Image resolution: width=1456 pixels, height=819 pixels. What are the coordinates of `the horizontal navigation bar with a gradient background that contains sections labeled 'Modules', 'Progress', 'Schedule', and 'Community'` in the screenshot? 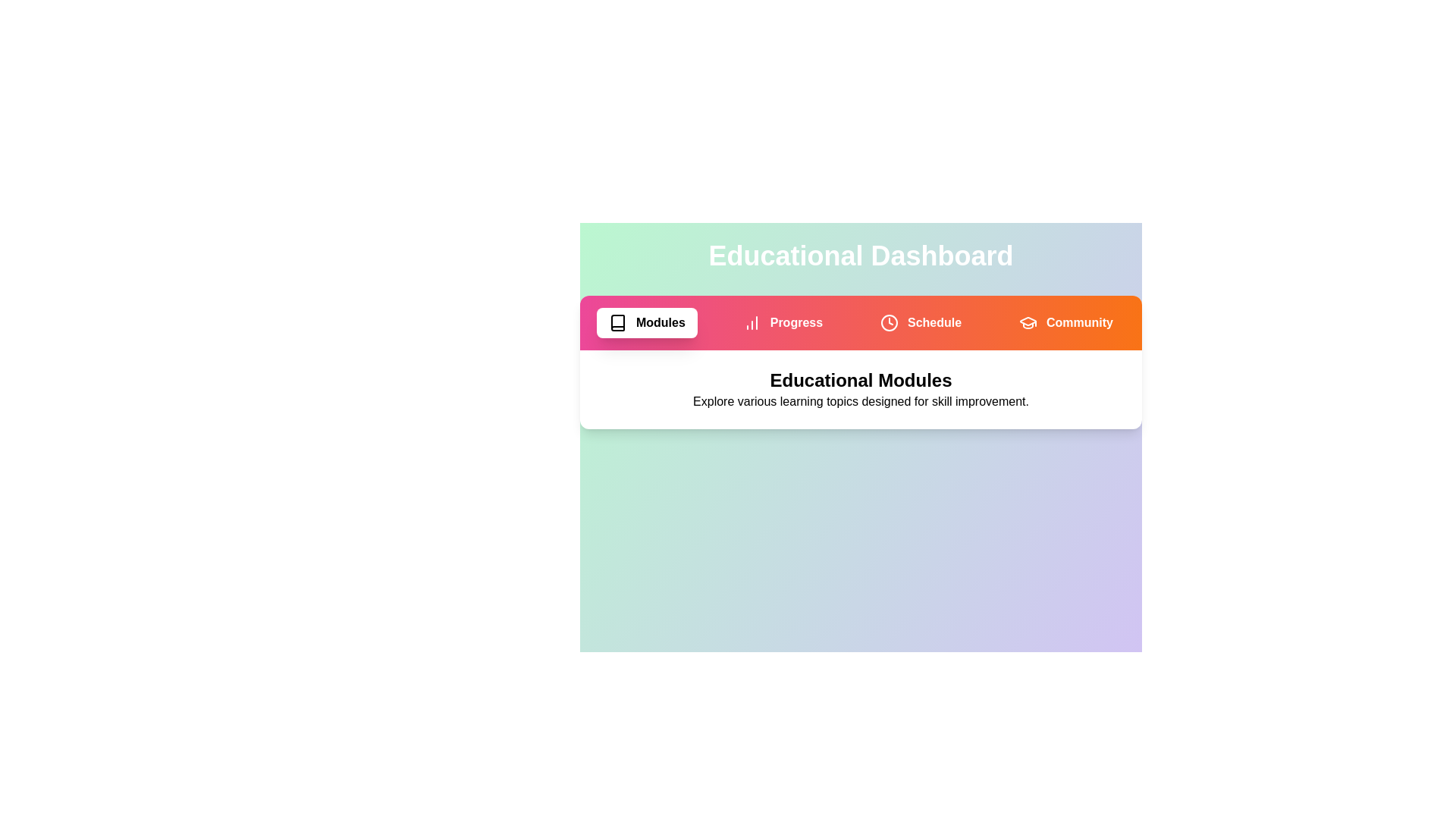 It's located at (861, 322).